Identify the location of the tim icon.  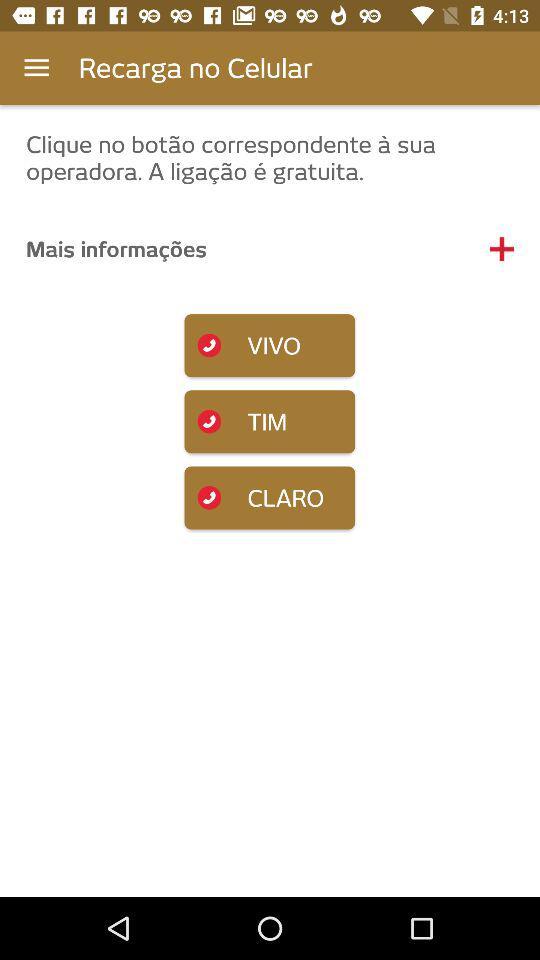
(269, 421).